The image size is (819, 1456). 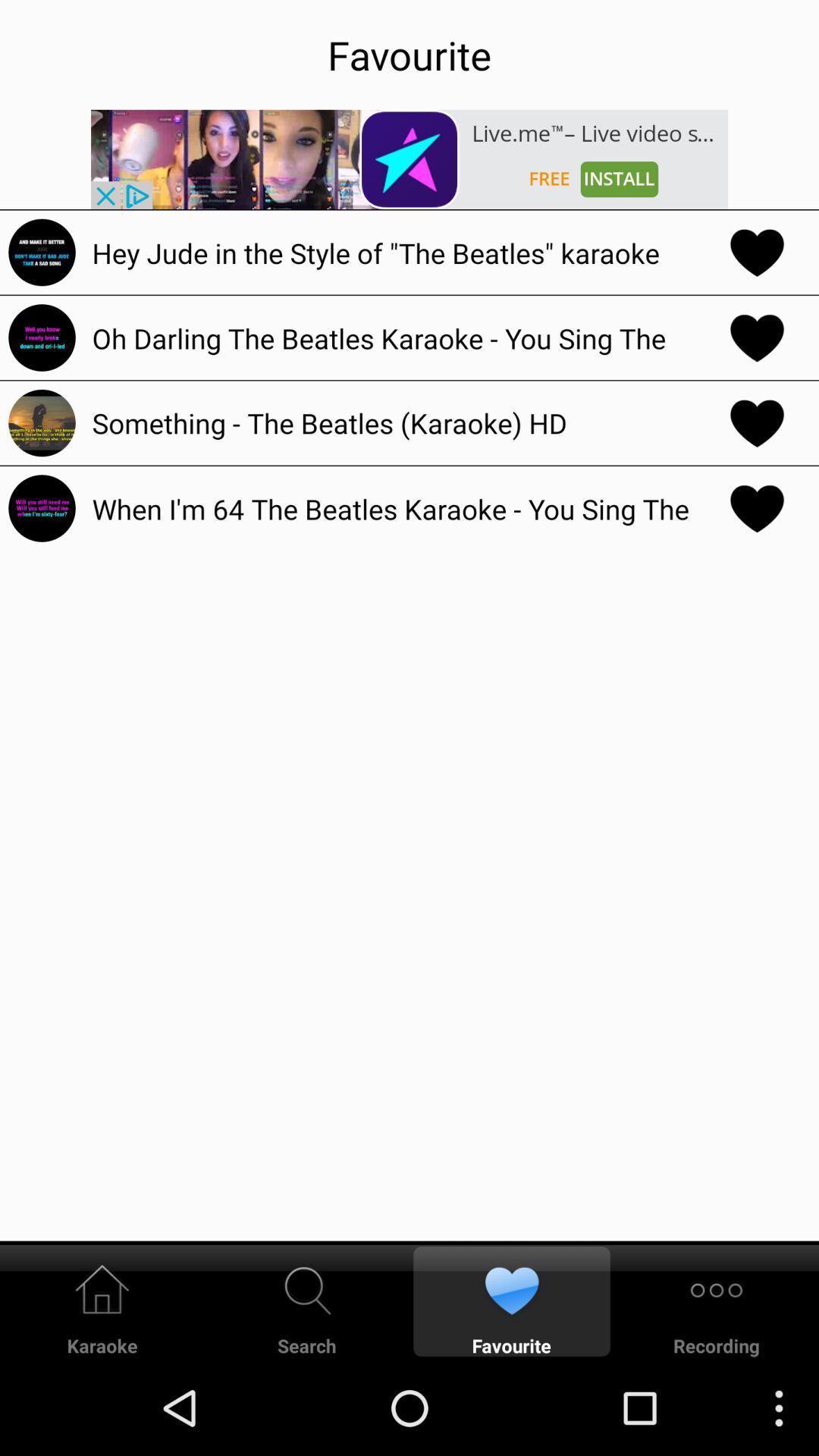 I want to click on heart the song, so click(x=757, y=337).